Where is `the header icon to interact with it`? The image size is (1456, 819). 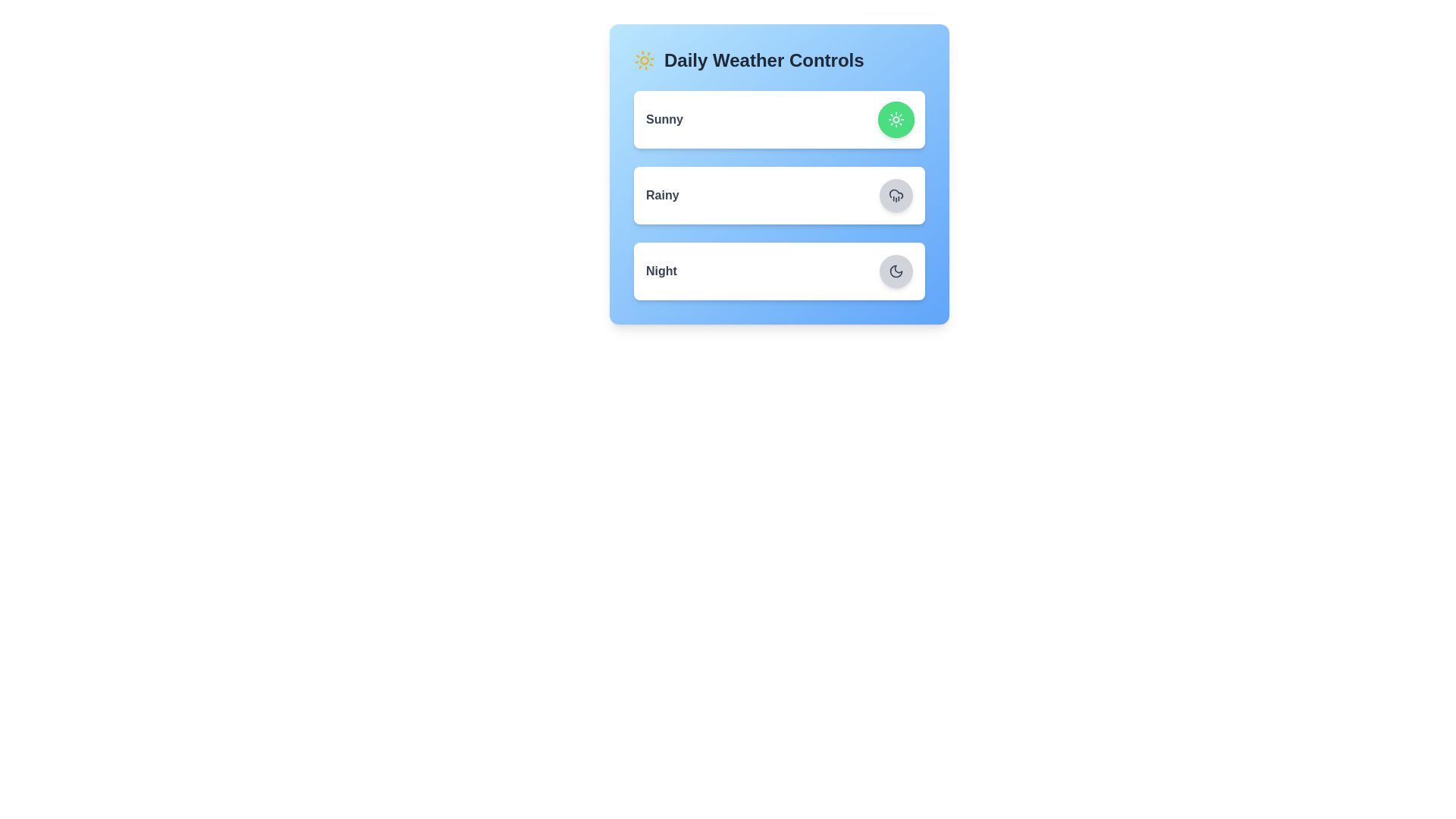 the header icon to interact with it is located at coordinates (644, 60).